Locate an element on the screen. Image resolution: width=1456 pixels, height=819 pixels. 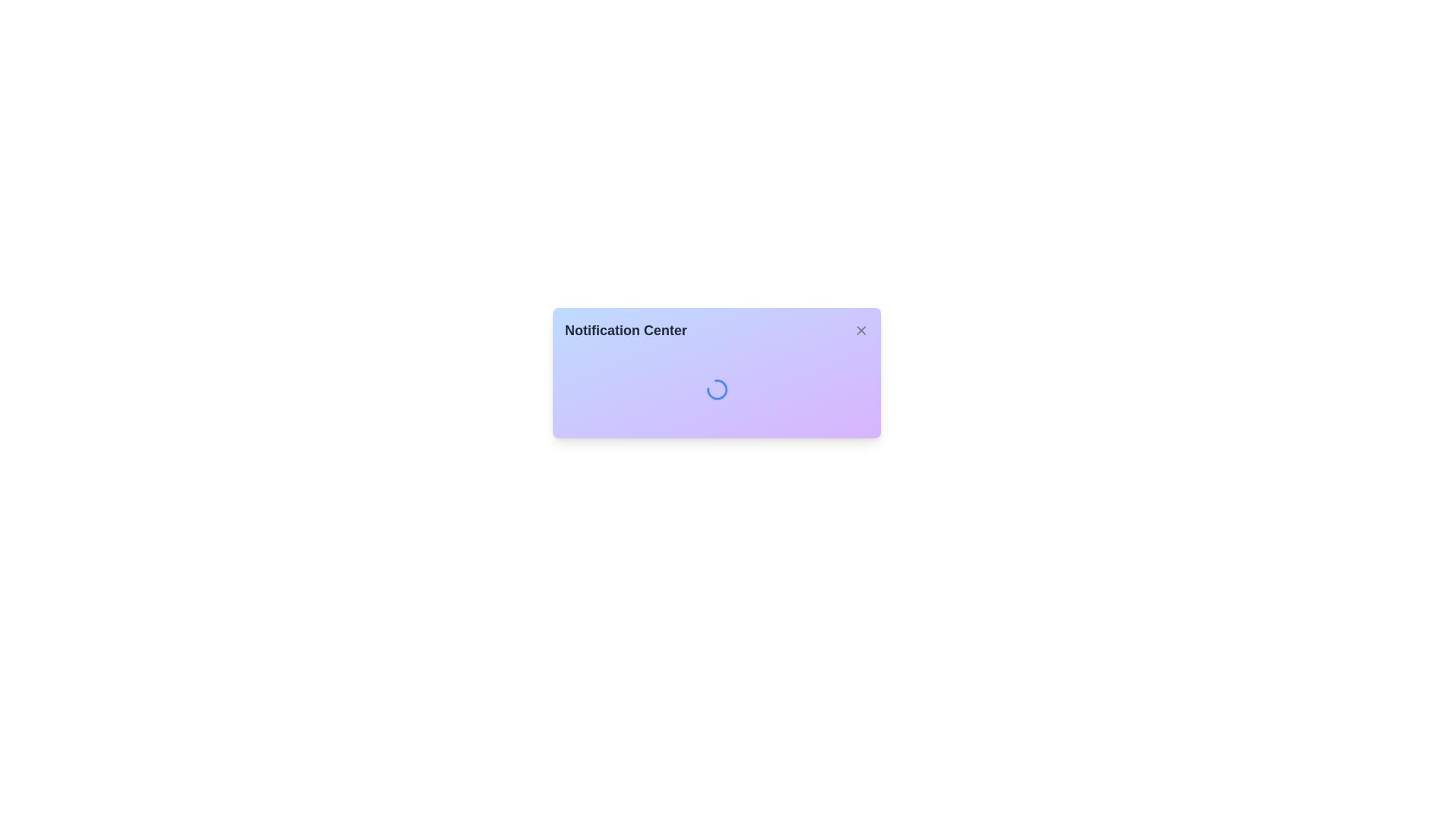
the animated graphic element, which is a blue curved line forming part of a circle, located in the Notification Center dialog box is located at coordinates (716, 388).